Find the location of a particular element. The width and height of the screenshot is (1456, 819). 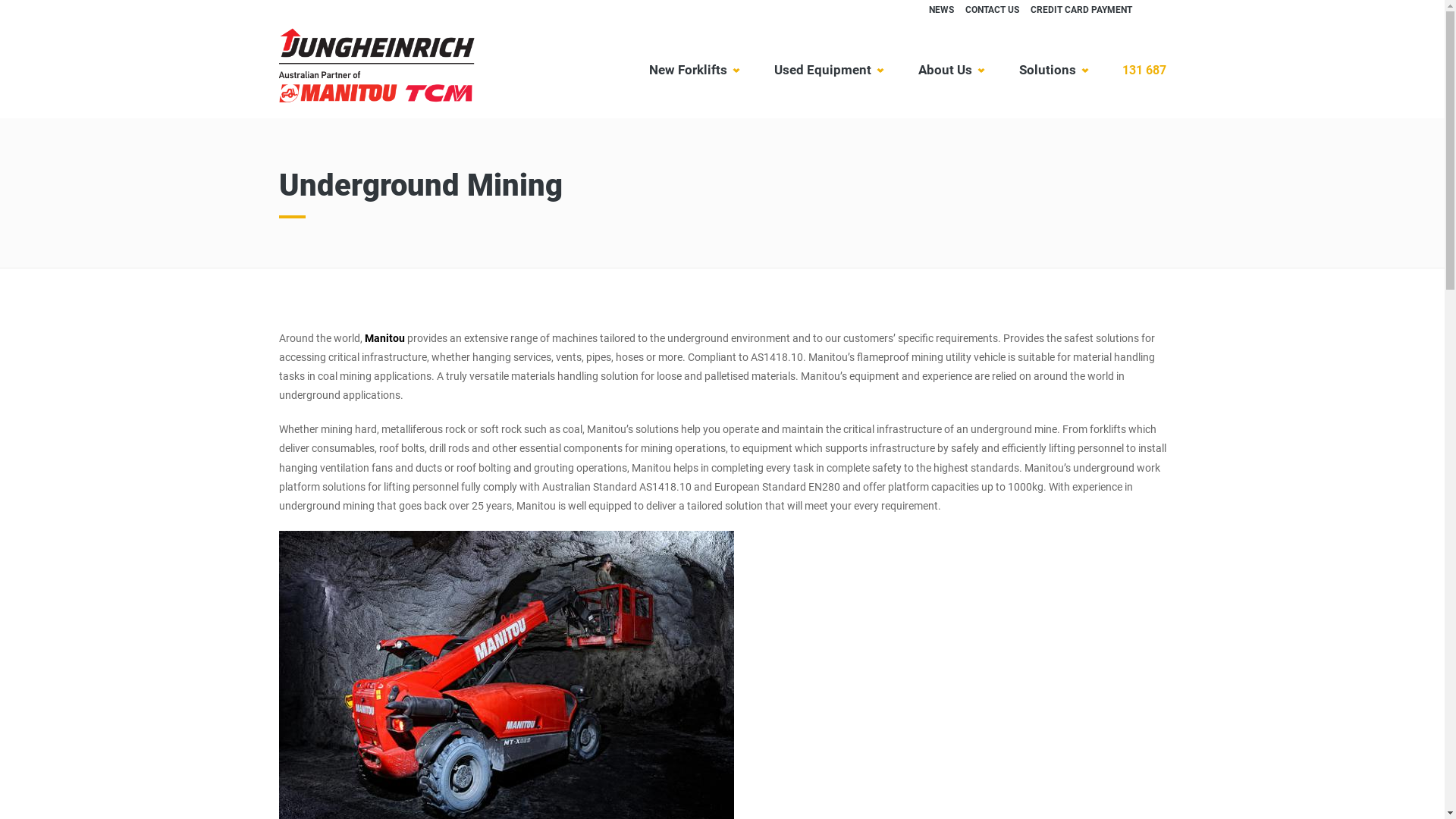

'Manitou' is located at coordinates (384, 337).